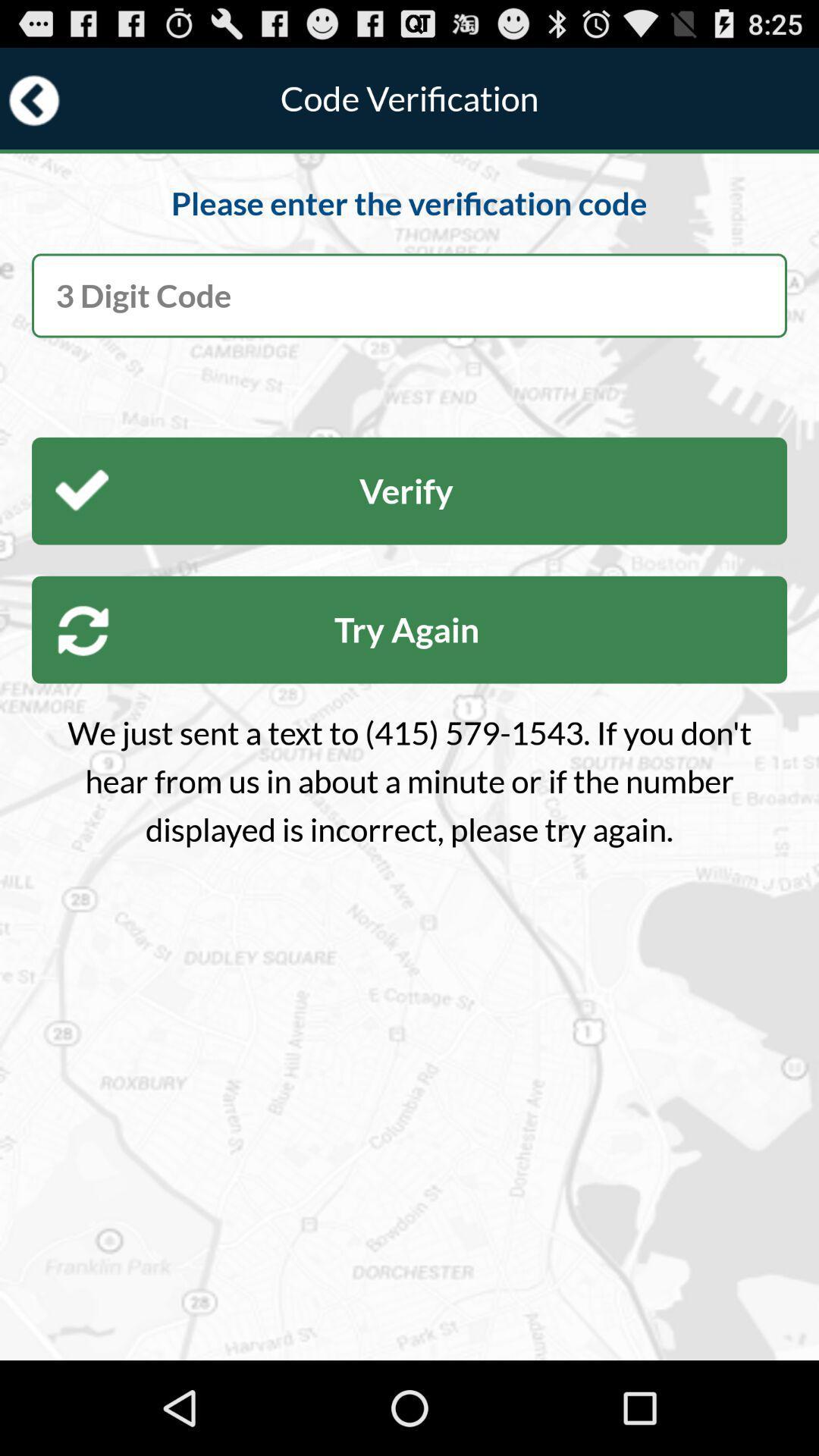  What do you see at coordinates (409, 295) in the screenshot?
I see `3 digit verification code` at bounding box center [409, 295].